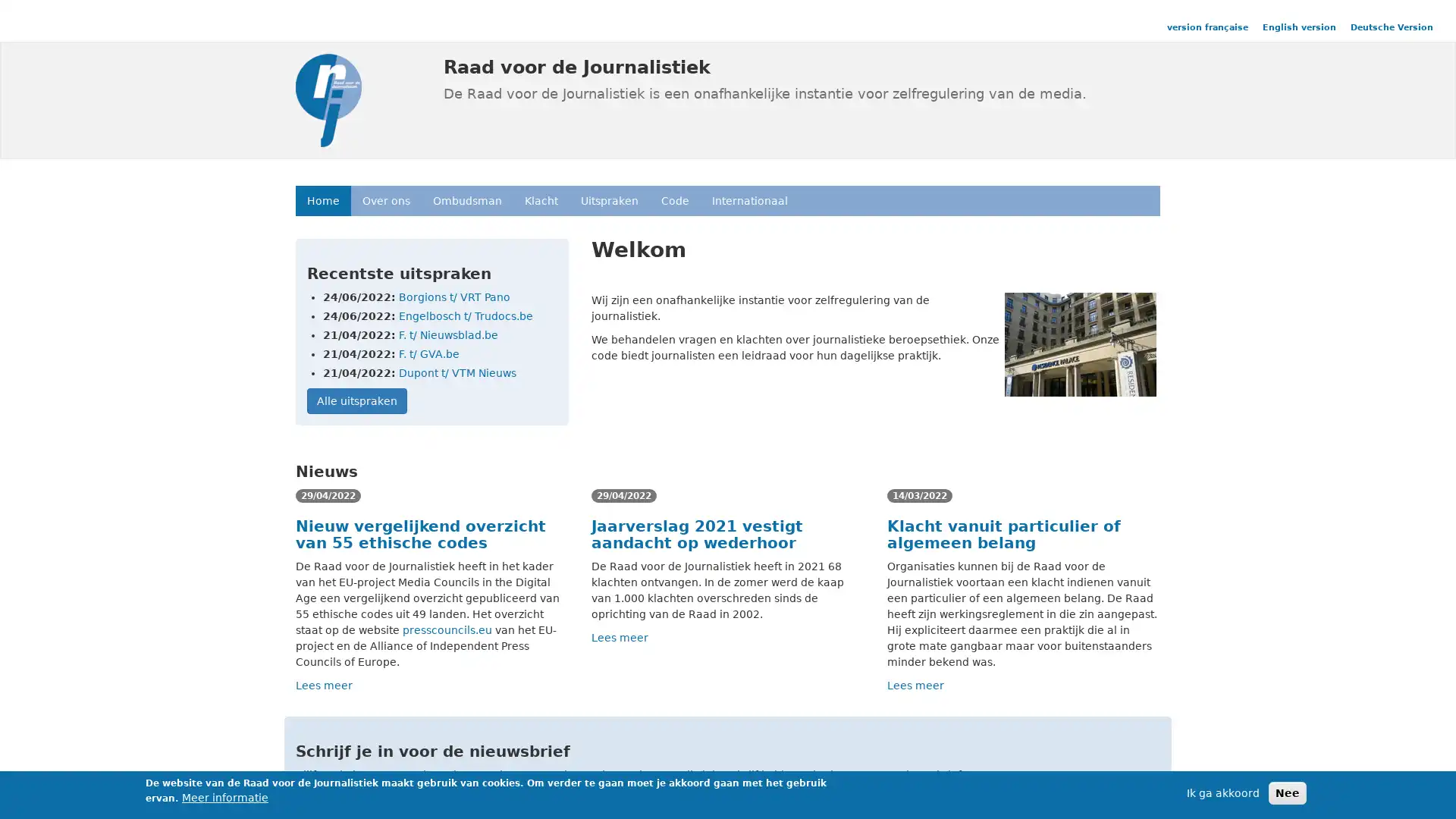 The height and width of the screenshot is (819, 1456). Describe the element at coordinates (356, 400) in the screenshot. I see `Alle uitspraken` at that location.